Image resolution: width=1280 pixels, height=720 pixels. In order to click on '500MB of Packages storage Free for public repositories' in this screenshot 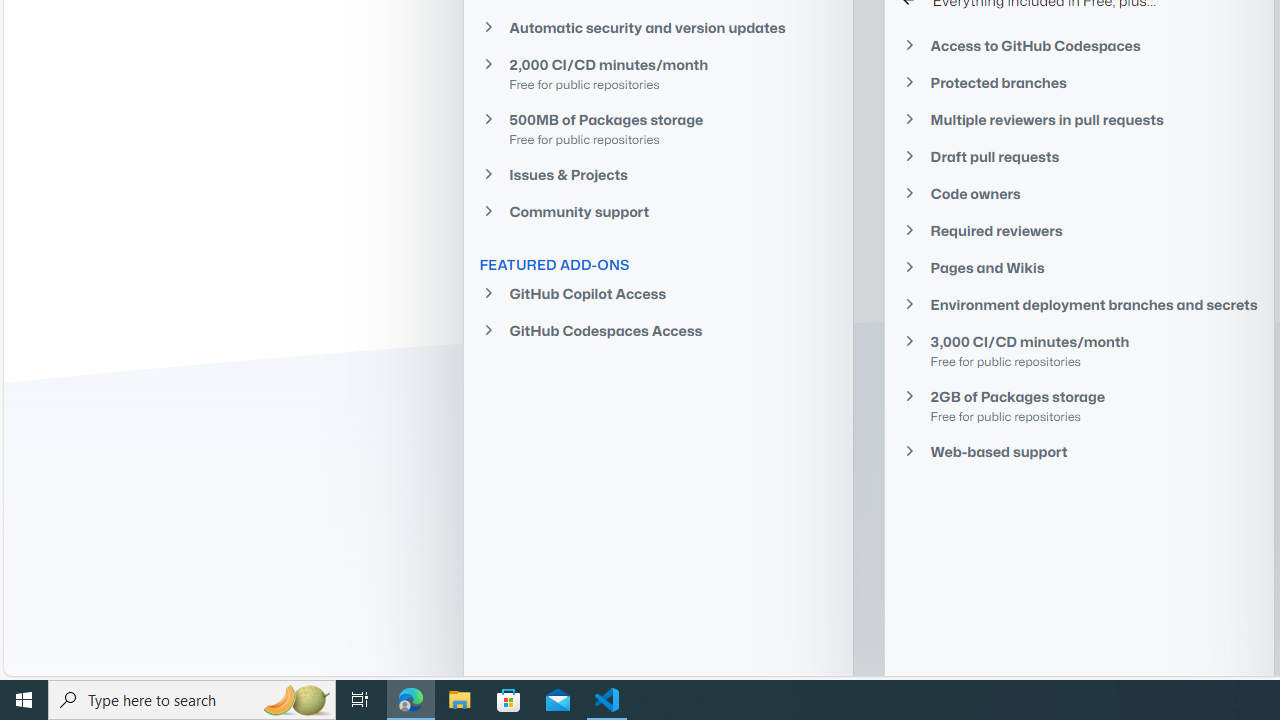, I will do `click(657, 128)`.